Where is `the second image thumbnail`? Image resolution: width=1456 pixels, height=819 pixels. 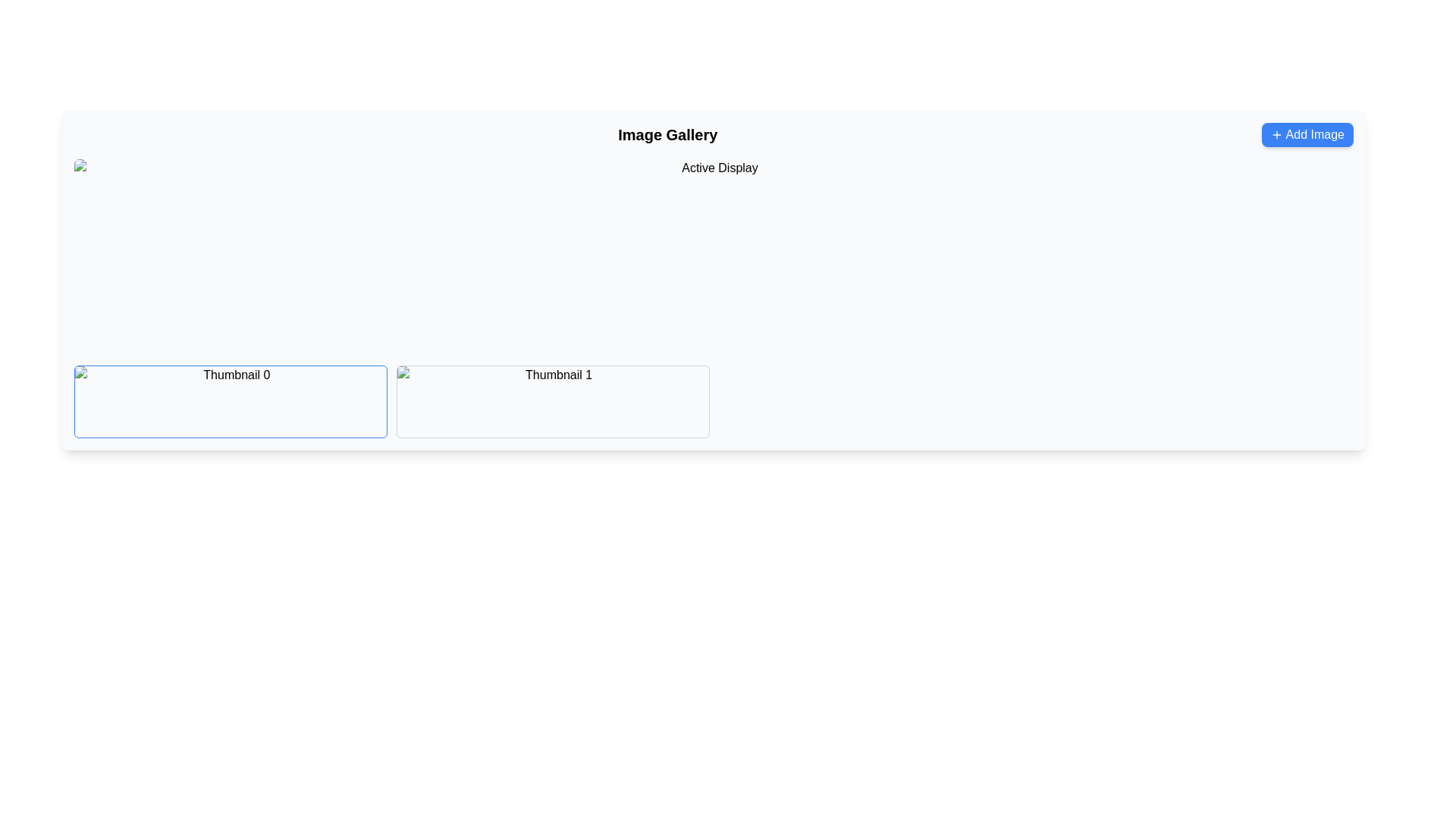
the second image thumbnail is located at coordinates (552, 400).